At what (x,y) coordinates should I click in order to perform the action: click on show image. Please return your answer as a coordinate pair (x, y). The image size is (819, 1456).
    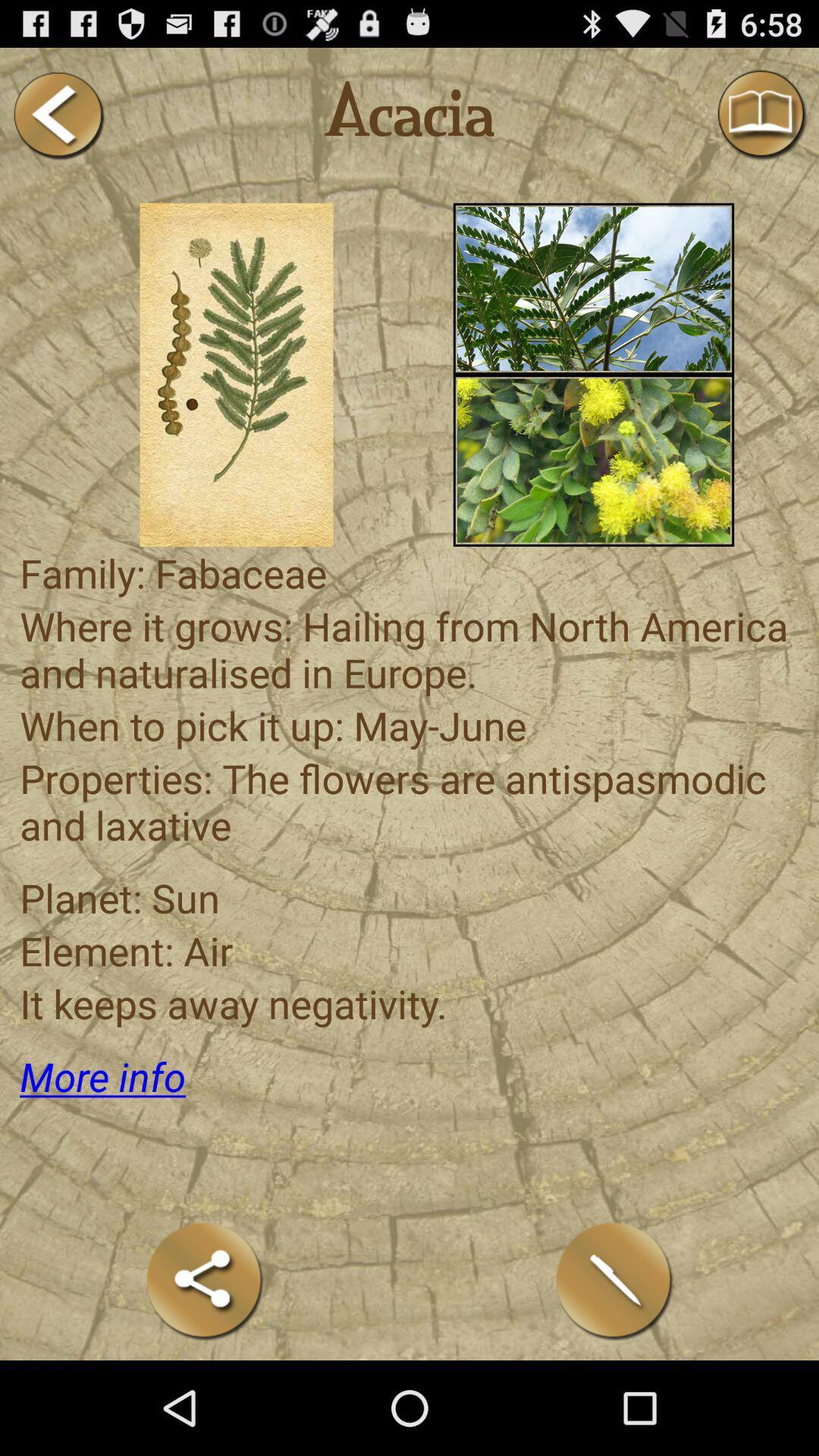
    Looking at the image, I should click on (593, 288).